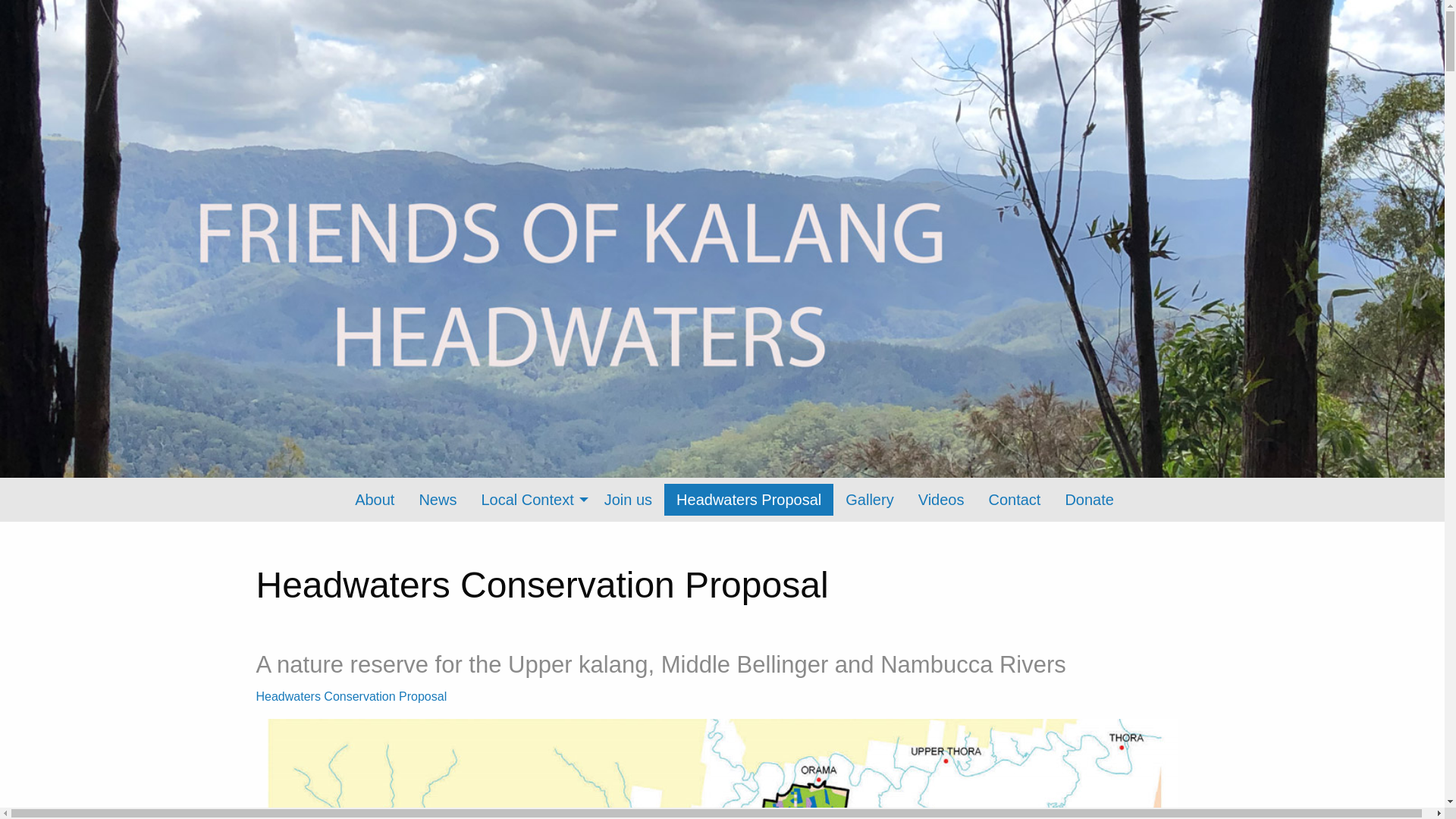 The height and width of the screenshot is (819, 1456). What do you see at coordinates (833, 500) in the screenshot?
I see `'Gallery'` at bounding box center [833, 500].